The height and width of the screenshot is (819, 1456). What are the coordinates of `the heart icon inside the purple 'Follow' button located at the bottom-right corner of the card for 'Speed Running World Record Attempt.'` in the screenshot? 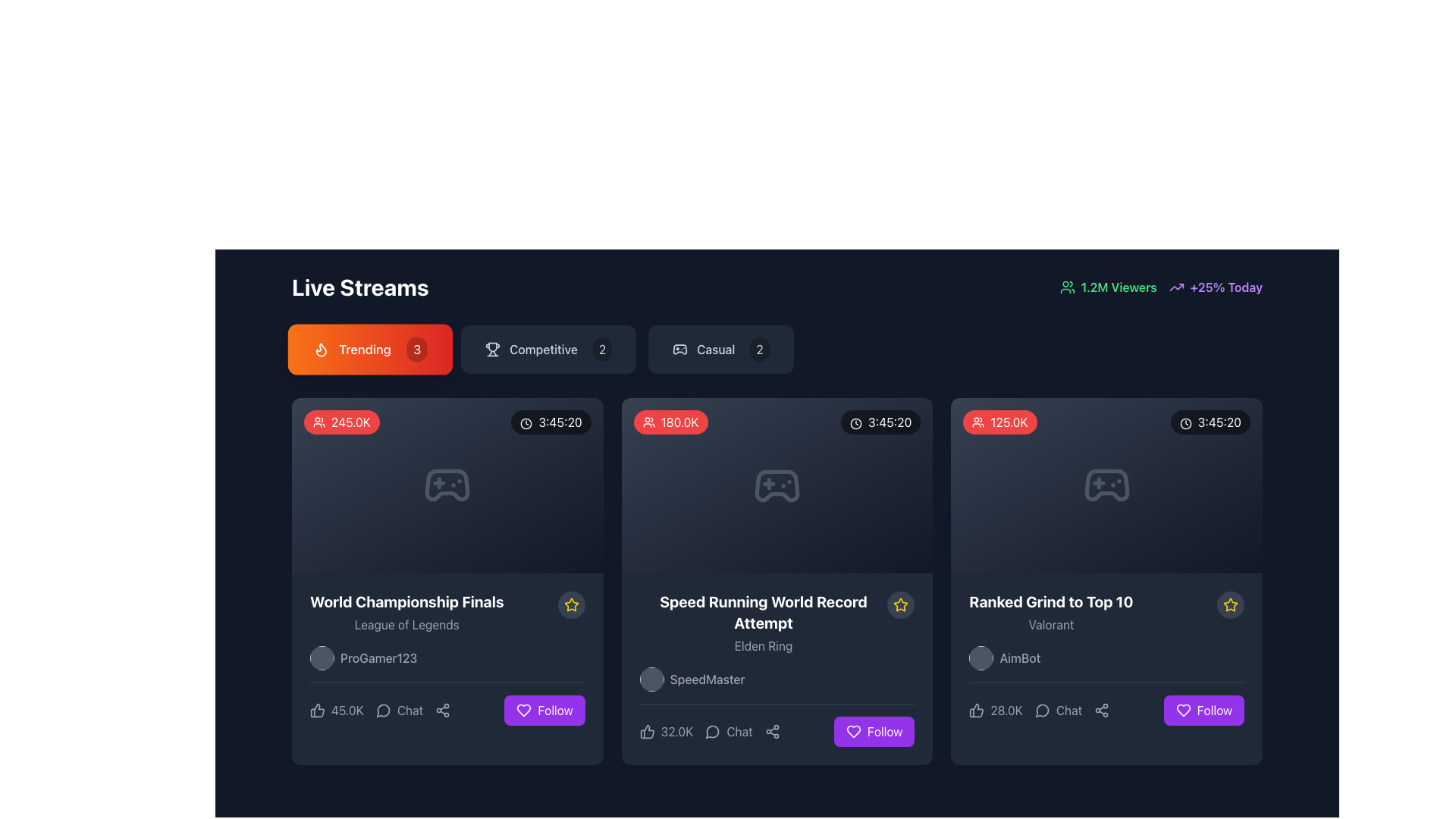 It's located at (853, 730).